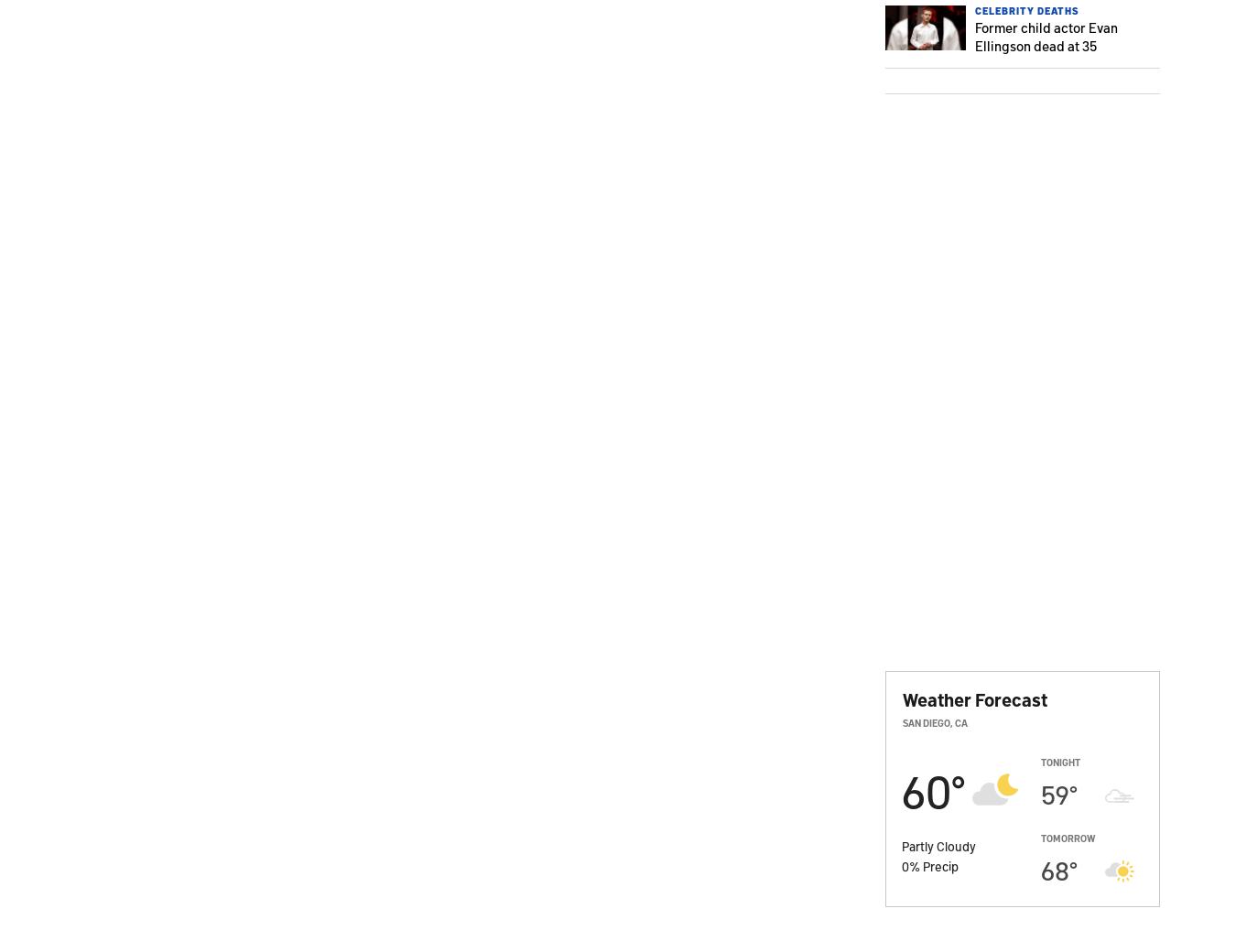 The width and height of the screenshot is (1236, 952). What do you see at coordinates (935, 721) in the screenshot?
I see `'San Diego, CA'` at bounding box center [935, 721].